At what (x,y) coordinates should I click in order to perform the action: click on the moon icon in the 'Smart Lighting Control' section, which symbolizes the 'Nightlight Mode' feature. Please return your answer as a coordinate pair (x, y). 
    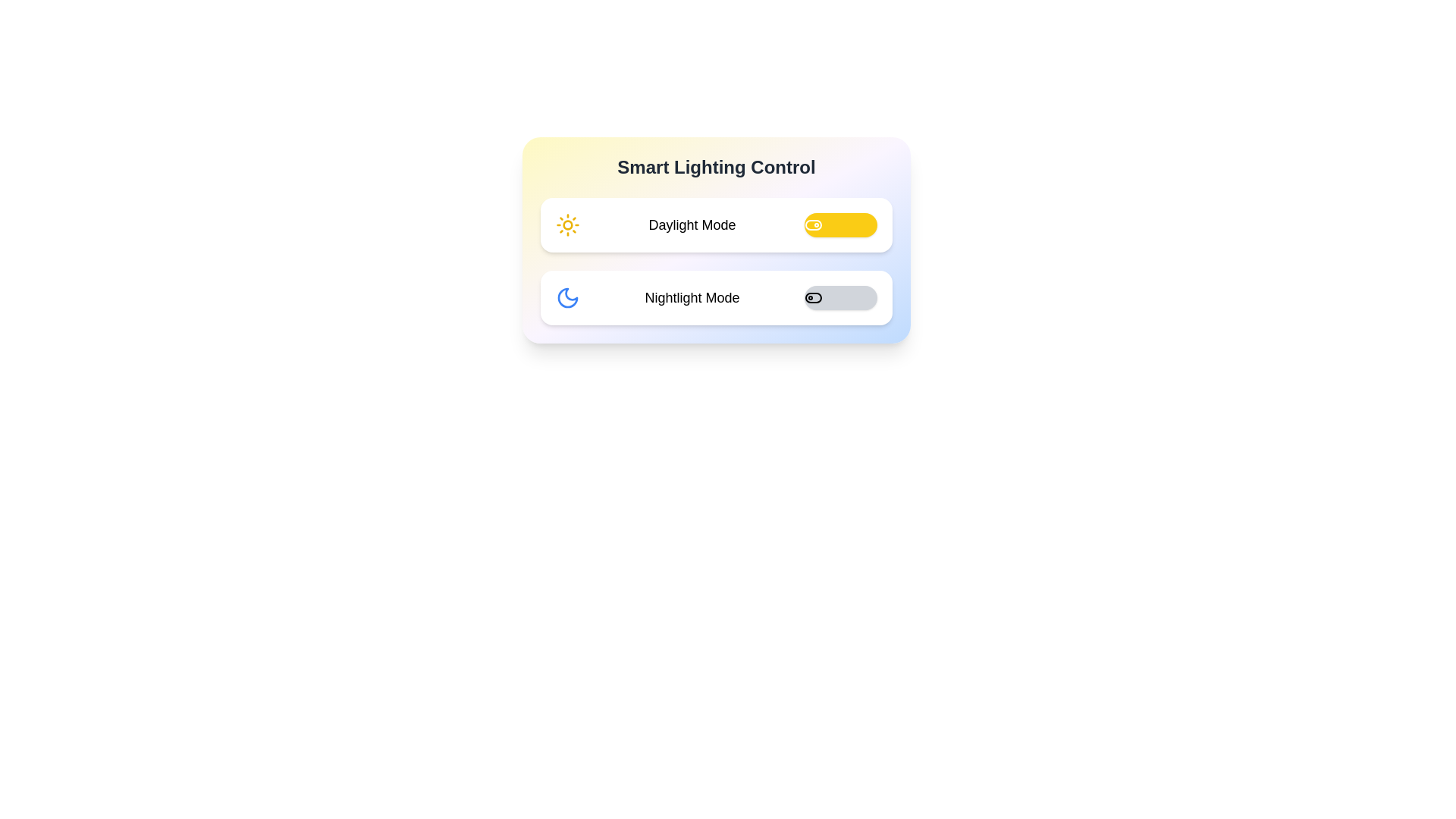
    Looking at the image, I should click on (566, 298).